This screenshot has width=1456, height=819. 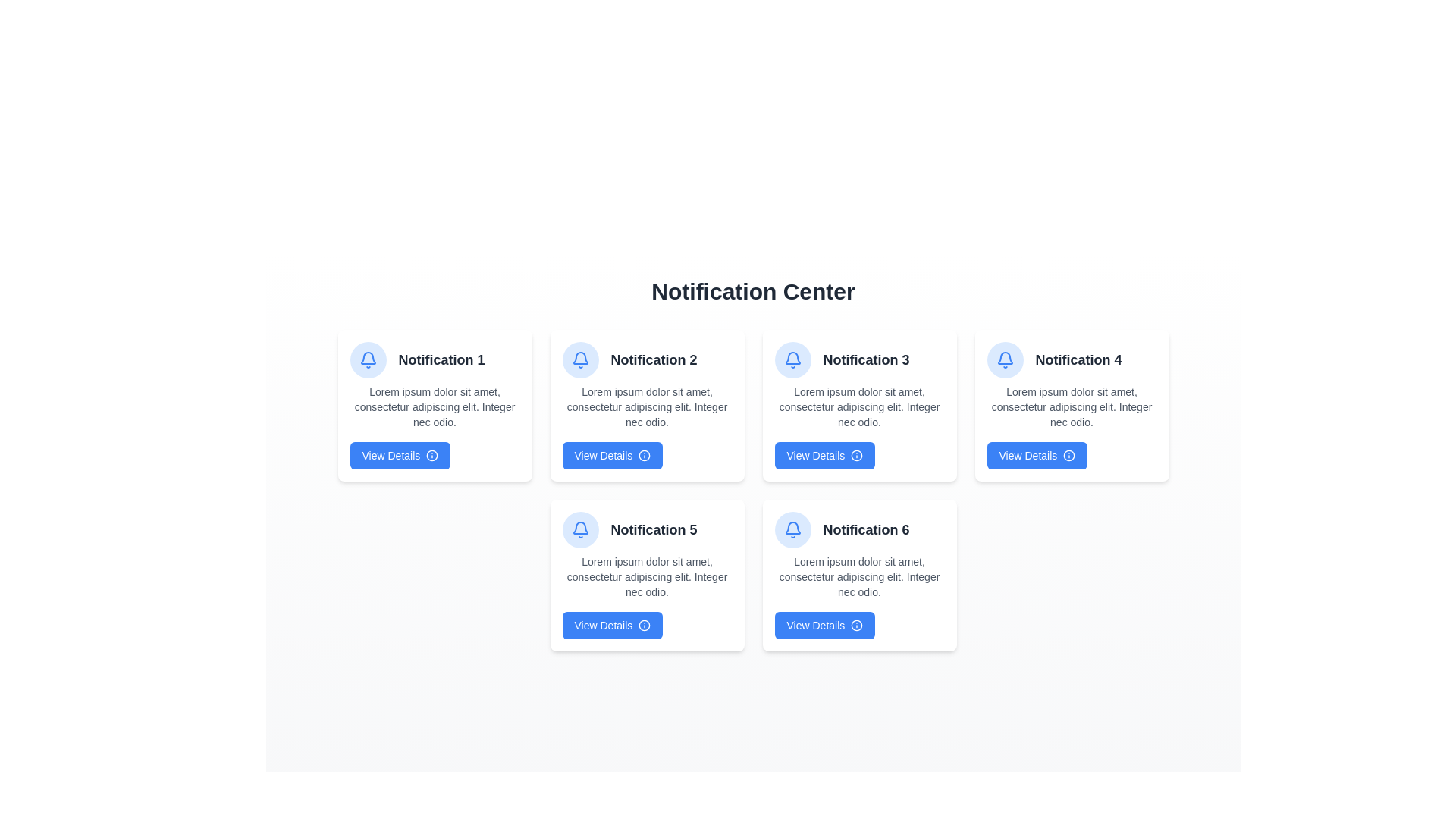 What do you see at coordinates (579, 359) in the screenshot?
I see `the bell-shaped notification icon with a blue color outline located in the top-left corner of 'Notification 1'` at bounding box center [579, 359].